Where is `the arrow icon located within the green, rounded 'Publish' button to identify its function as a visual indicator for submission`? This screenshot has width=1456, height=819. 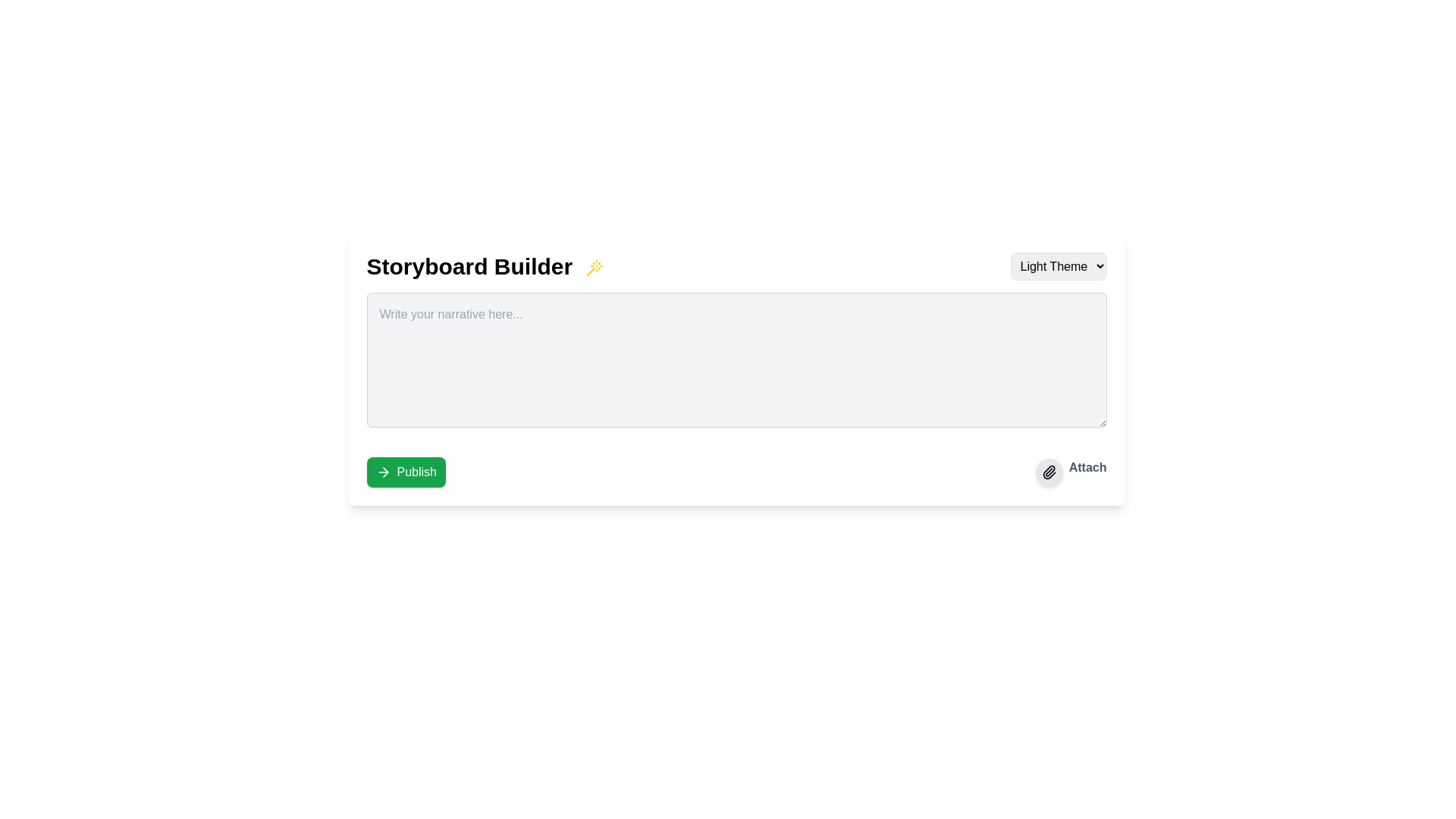
the arrow icon located within the green, rounded 'Publish' button to identify its function as a visual indicator for submission is located at coordinates (383, 472).